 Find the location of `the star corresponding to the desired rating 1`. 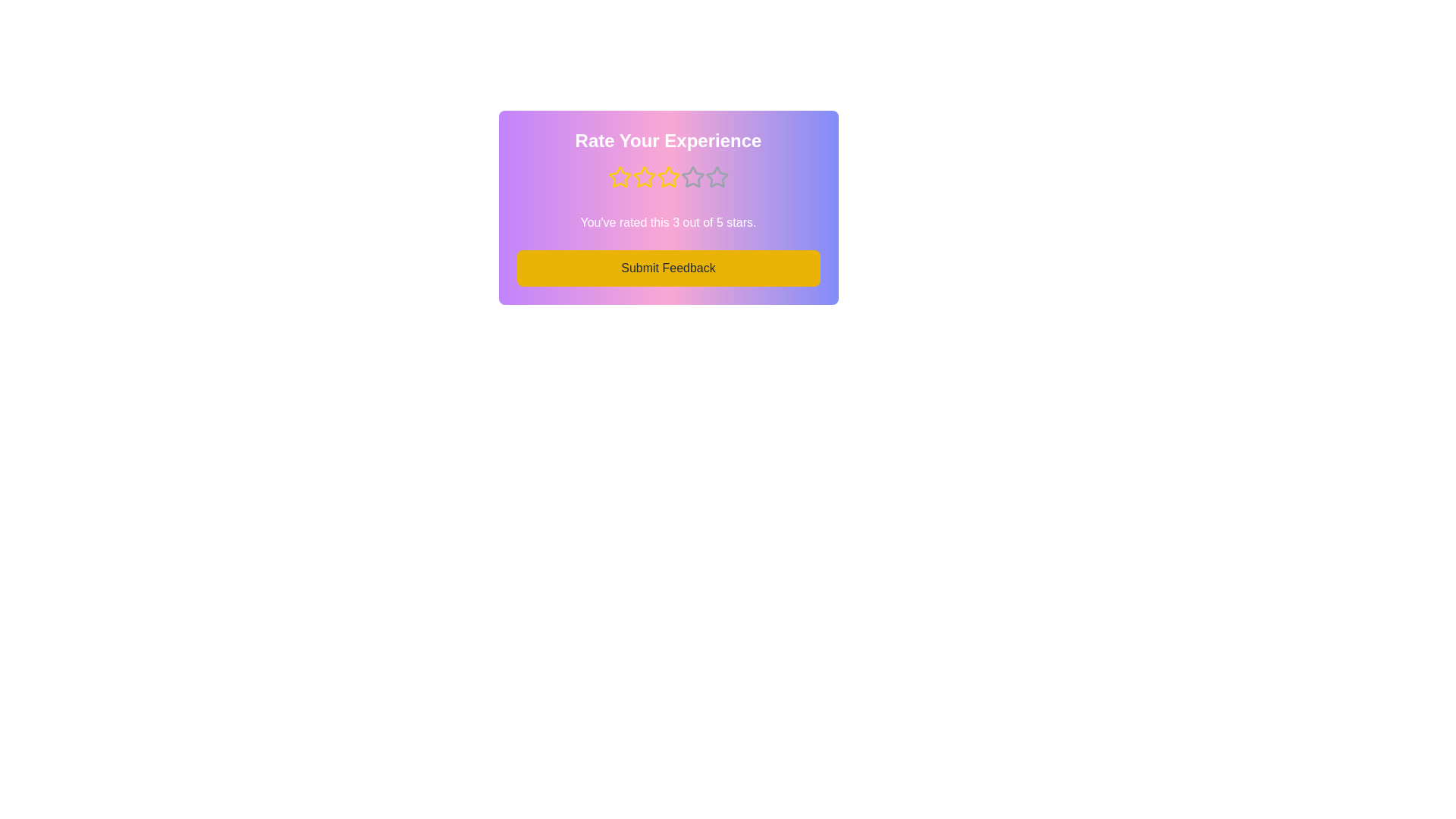

the star corresponding to the desired rating 1 is located at coordinates (620, 177).